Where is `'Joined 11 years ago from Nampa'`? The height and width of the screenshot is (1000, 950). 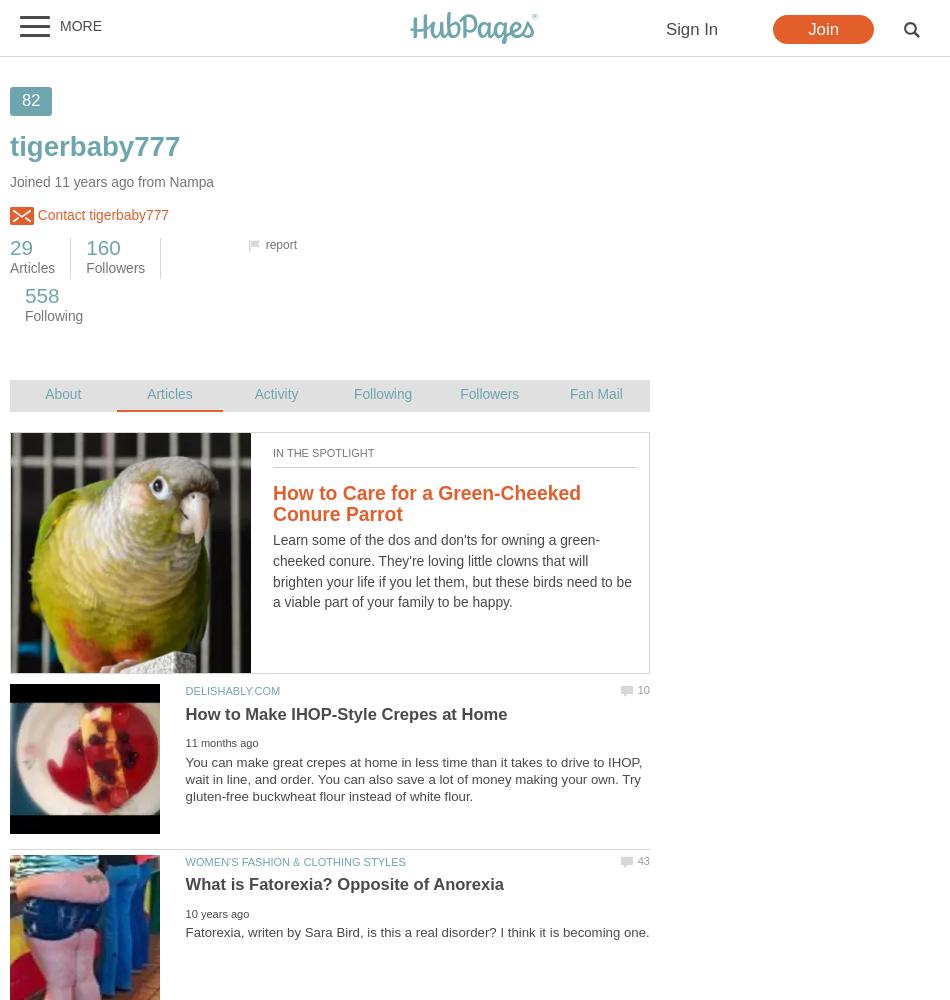
'Joined 11 years ago from Nampa' is located at coordinates (112, 182).